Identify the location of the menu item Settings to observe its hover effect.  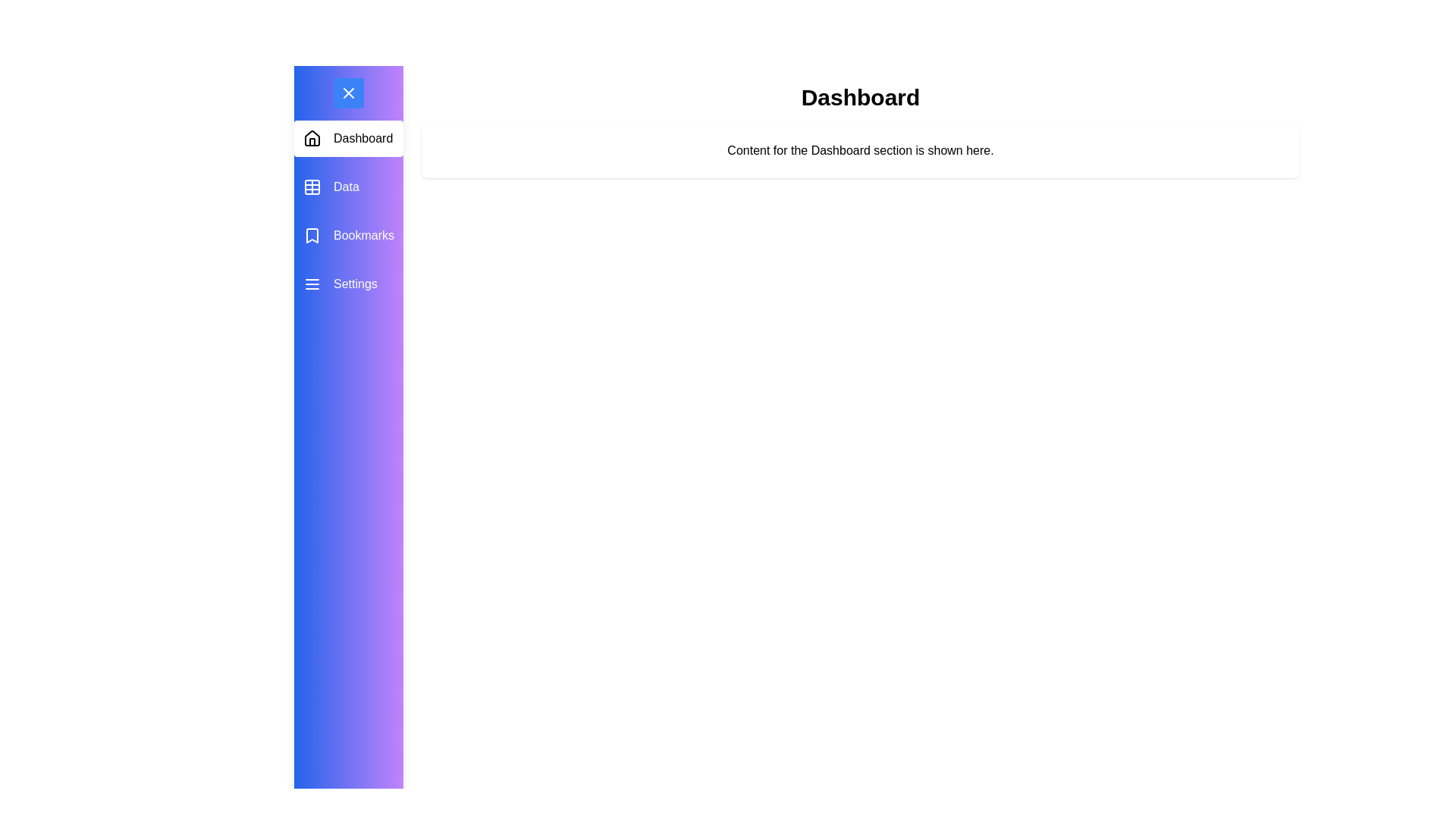
(348, 284).